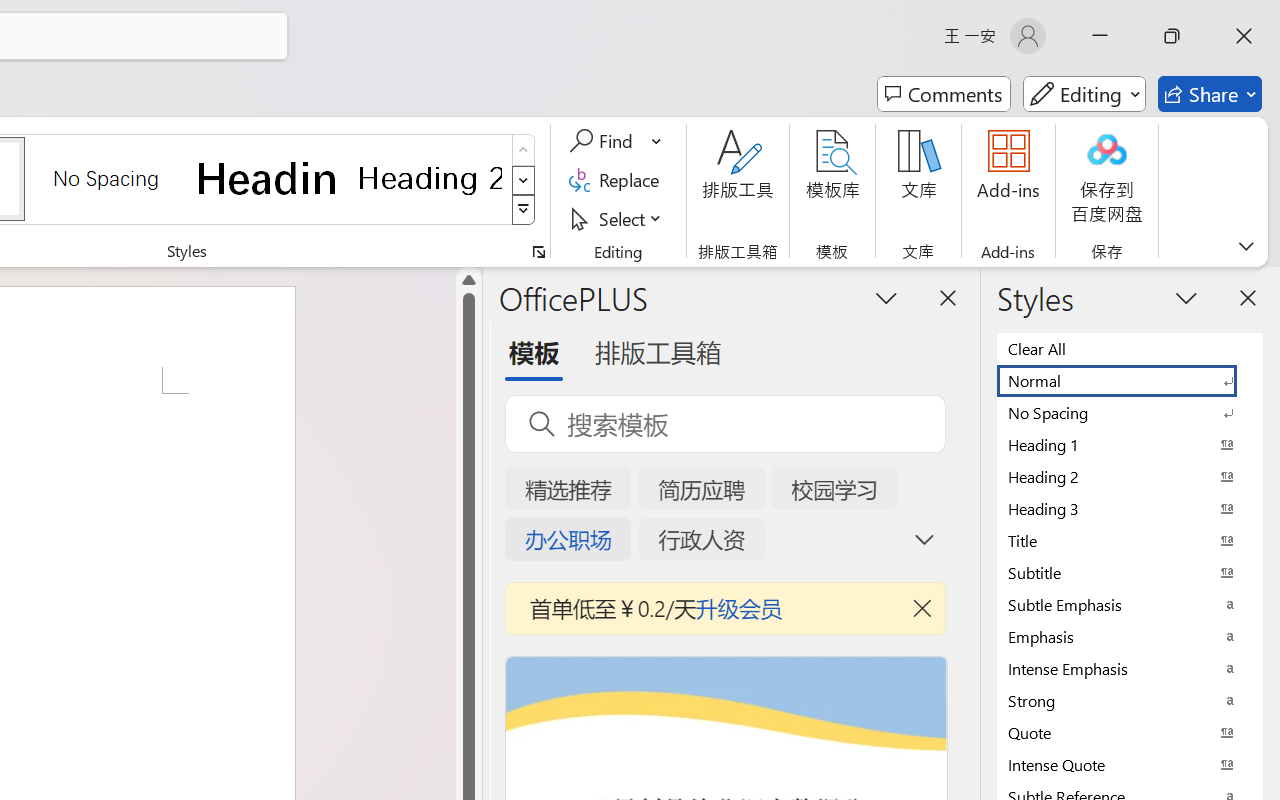 The width and height of the screenshot is (1280, 800). What do you see at coordinates (1172, 35) in the screenshot?
I see `'Restore Down'` at bounding box center [1172, 35].